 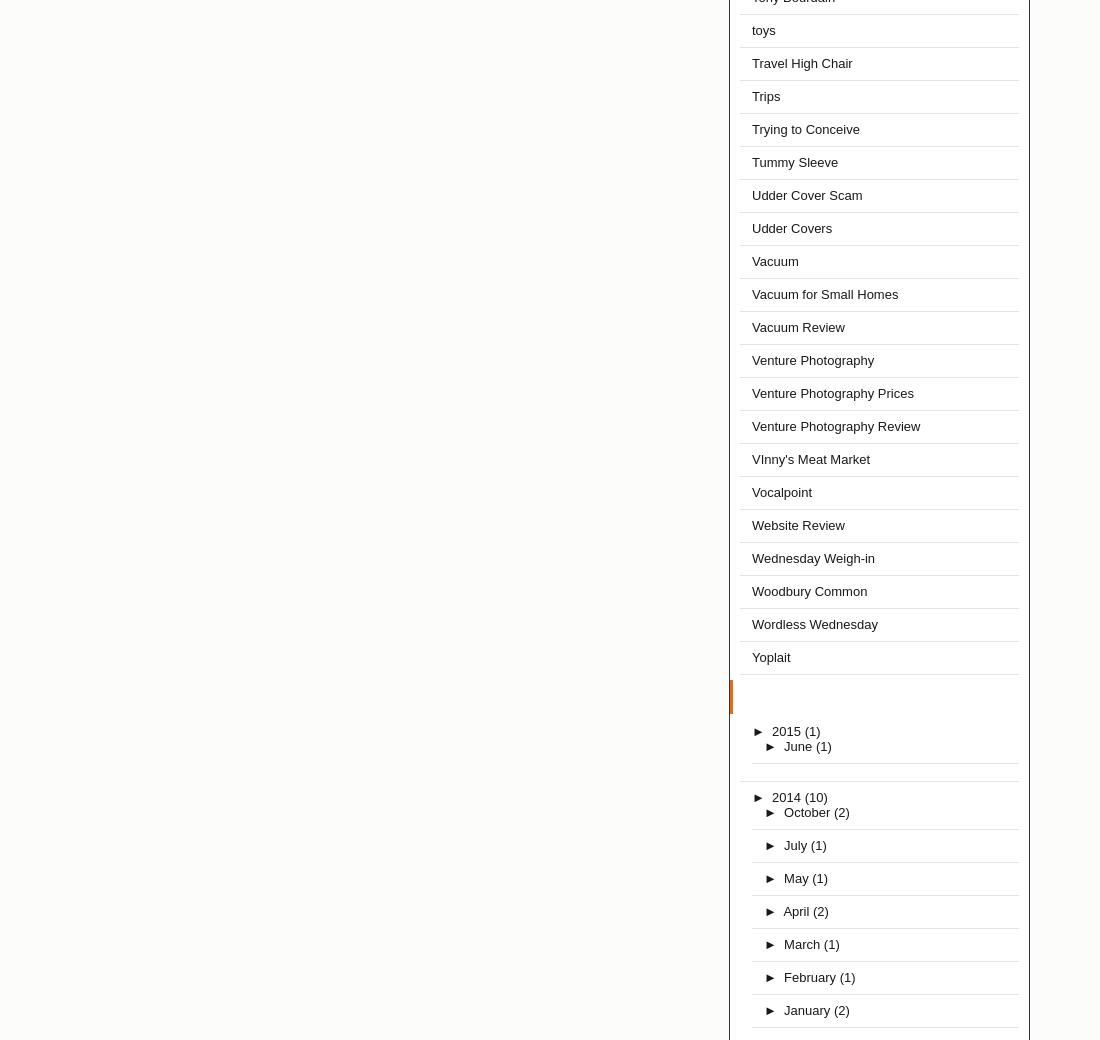 I want to click on 'toys', so click(x=763, y=29).